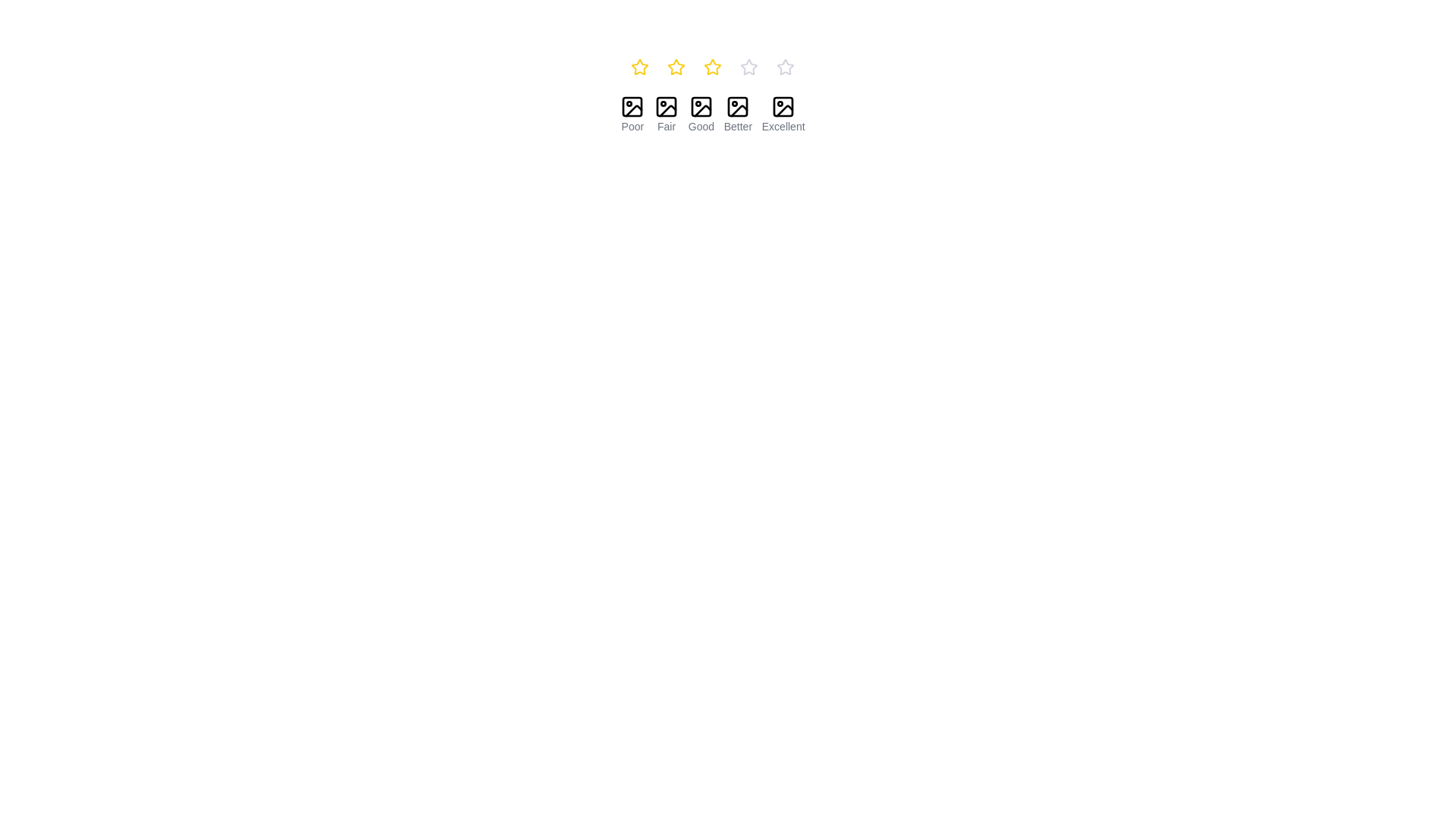 The height and width of the screenshot is (819, 1456). What do you see at coordinates (632, 106) in the screenshot?
I see `the 'Poor' rating category icon within the SVG group, which is the first item on the right side of the first row` at bounding box center [632, 106].